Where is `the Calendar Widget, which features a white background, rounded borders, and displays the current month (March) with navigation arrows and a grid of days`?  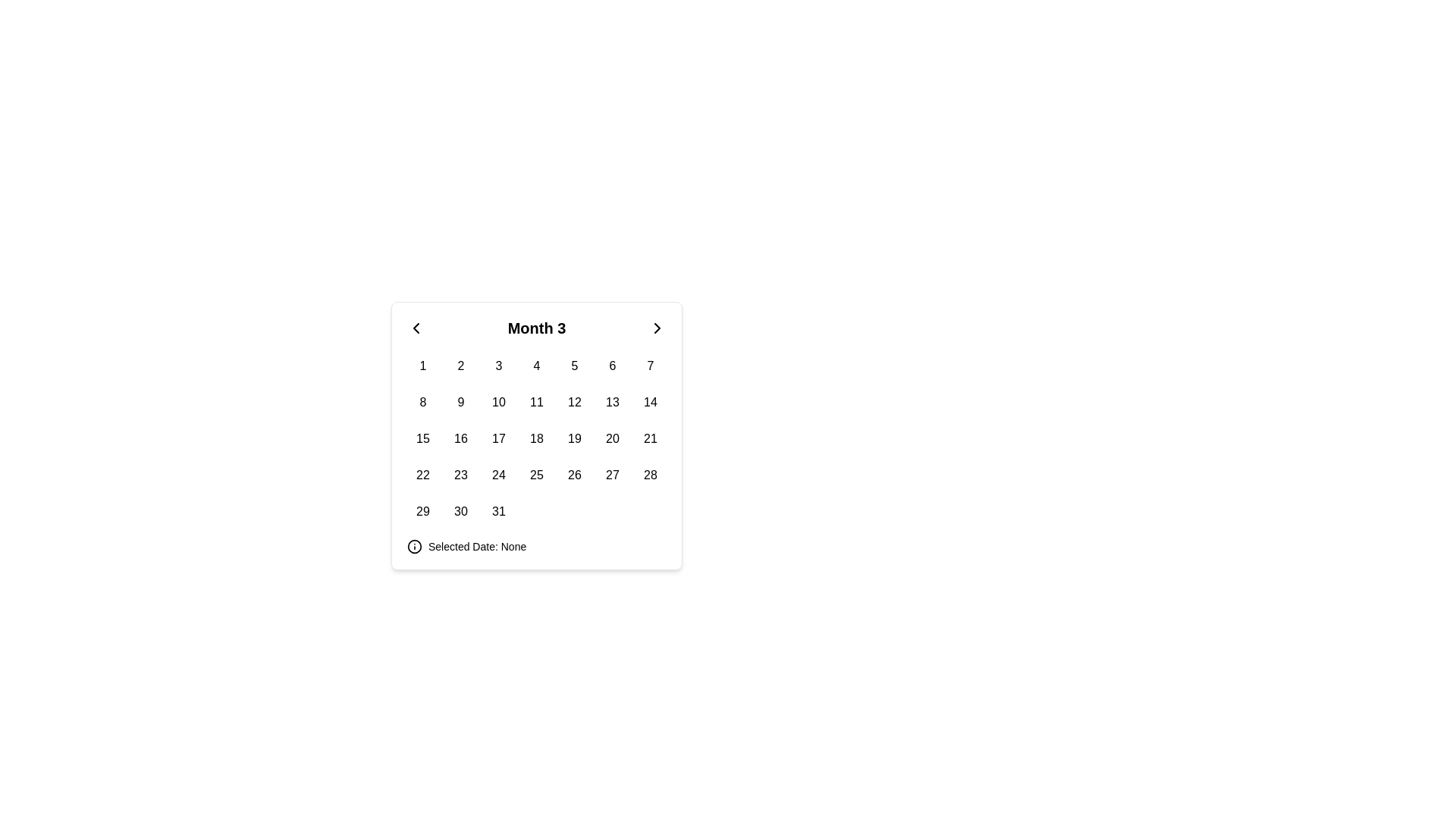
the Calendar Widget, which features a white background, rounded borders, and displays the current month (March) with navigation arrows and a grid of days is located at coordinates (537, 435).